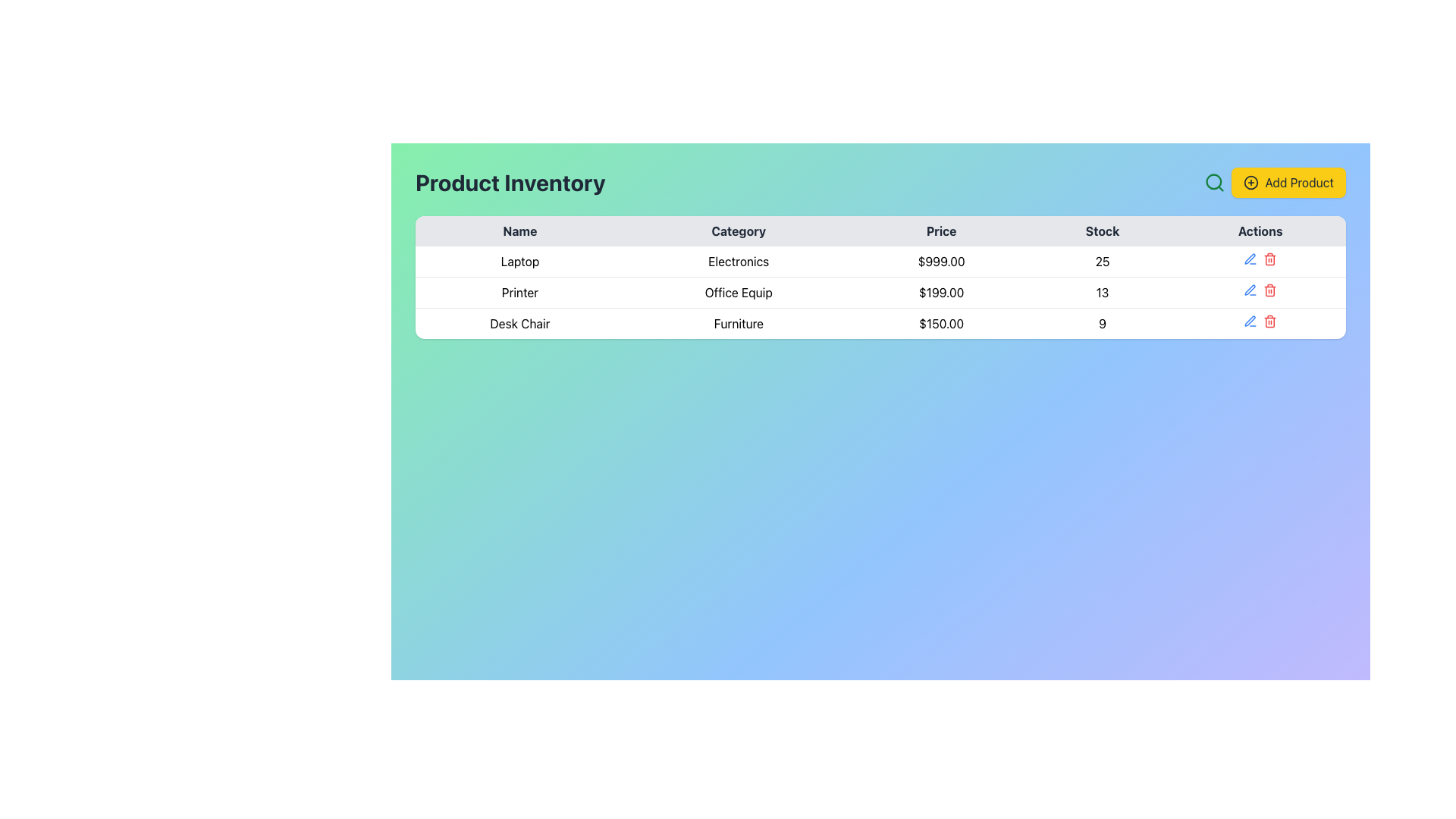  I want to click on the 'Add Product' button located in the upper-right corner of the interface, which features bold dark gray text on a yellow background, so click(1298, 181).